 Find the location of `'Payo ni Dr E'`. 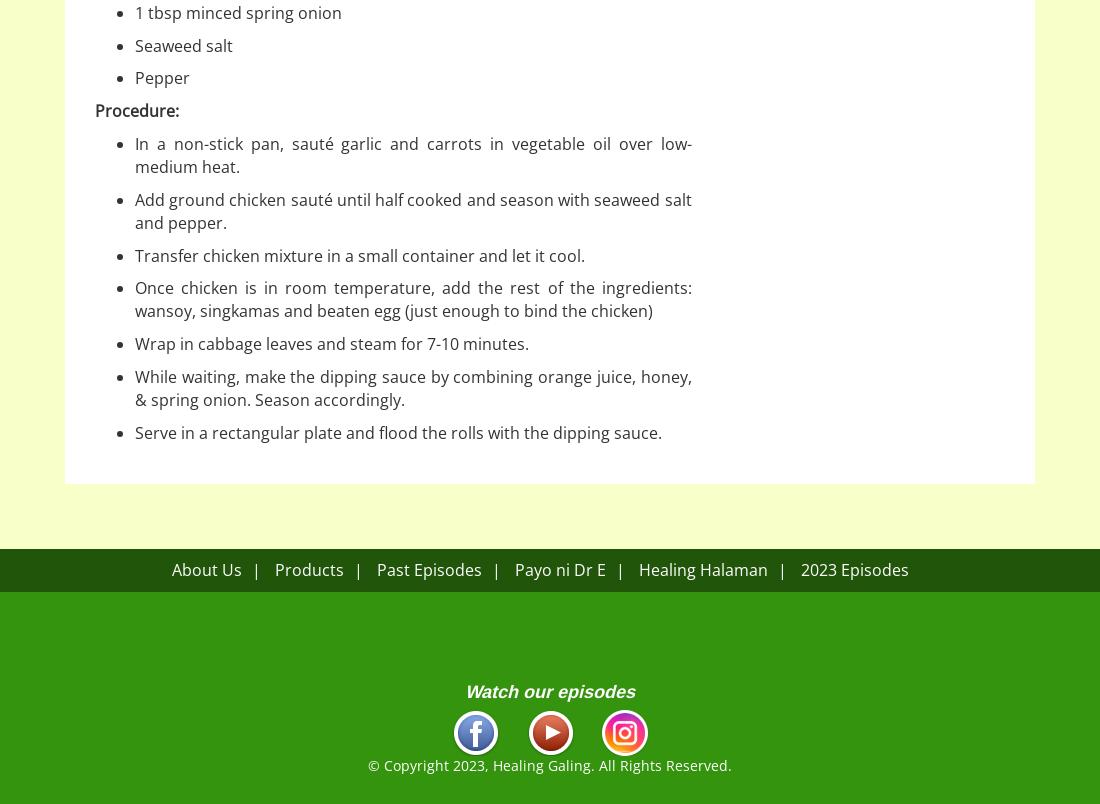

'Payo ni Dr E' is located at coordinates (558, 569).